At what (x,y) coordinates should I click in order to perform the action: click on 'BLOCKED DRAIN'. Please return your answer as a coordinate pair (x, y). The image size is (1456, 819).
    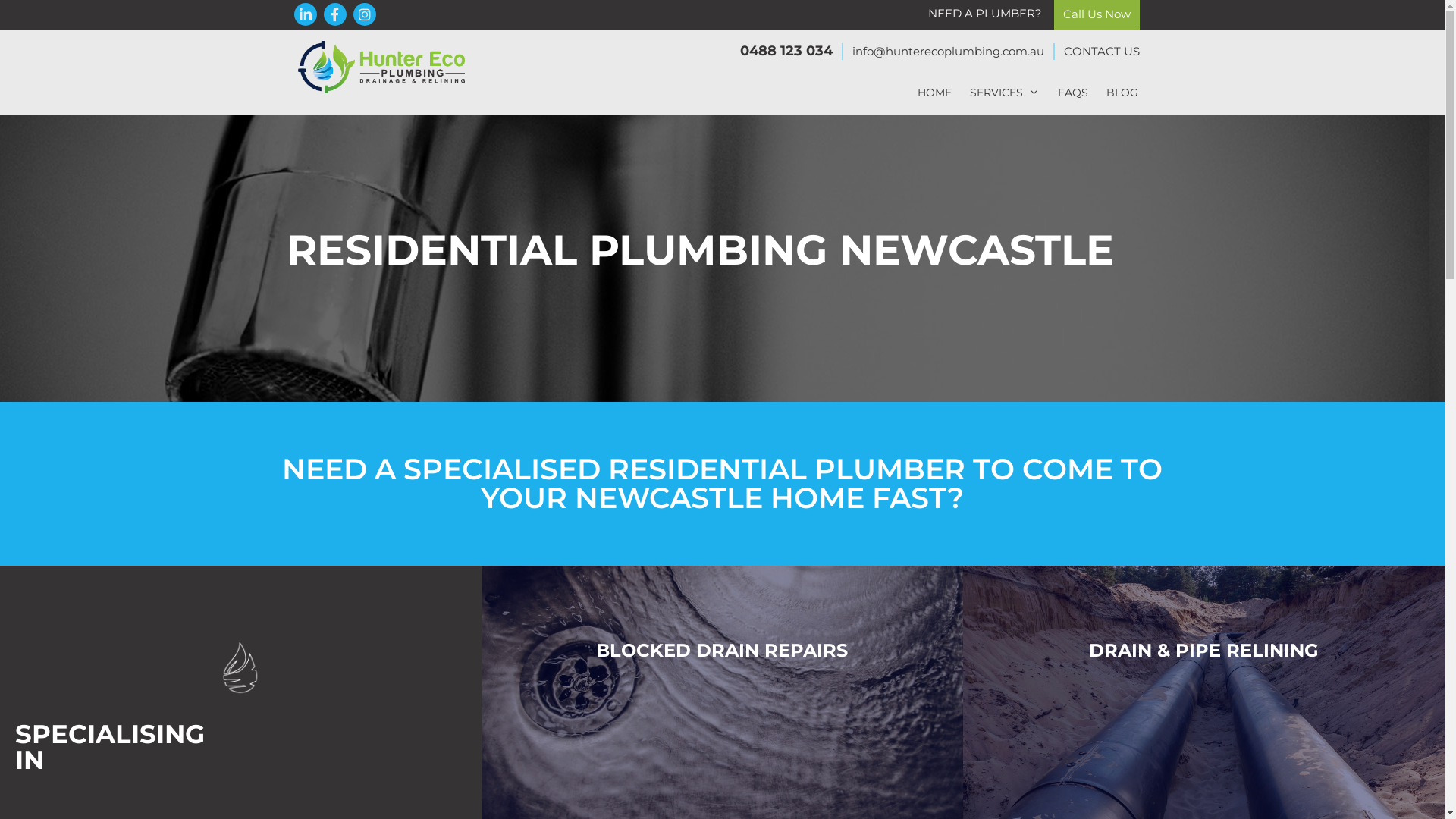
    Looking at the image, I should click on (595, 648).